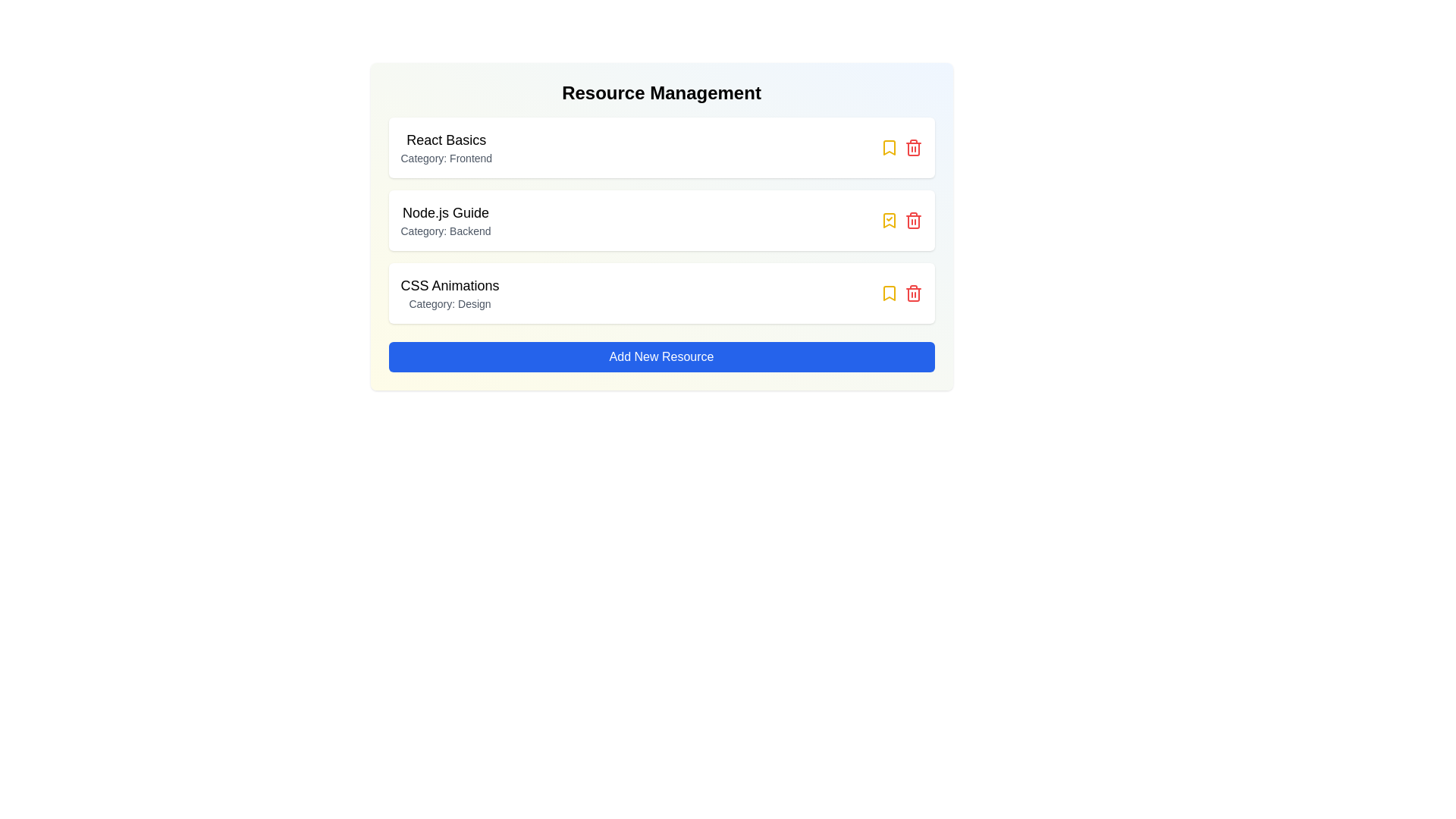 The height and width of the screenshot is (819, 1456). Describe the element at coordinates (889, 220) in the screenshot. I see `the bookmark icon of the resource titled 'Node.js Guide'` at that location.